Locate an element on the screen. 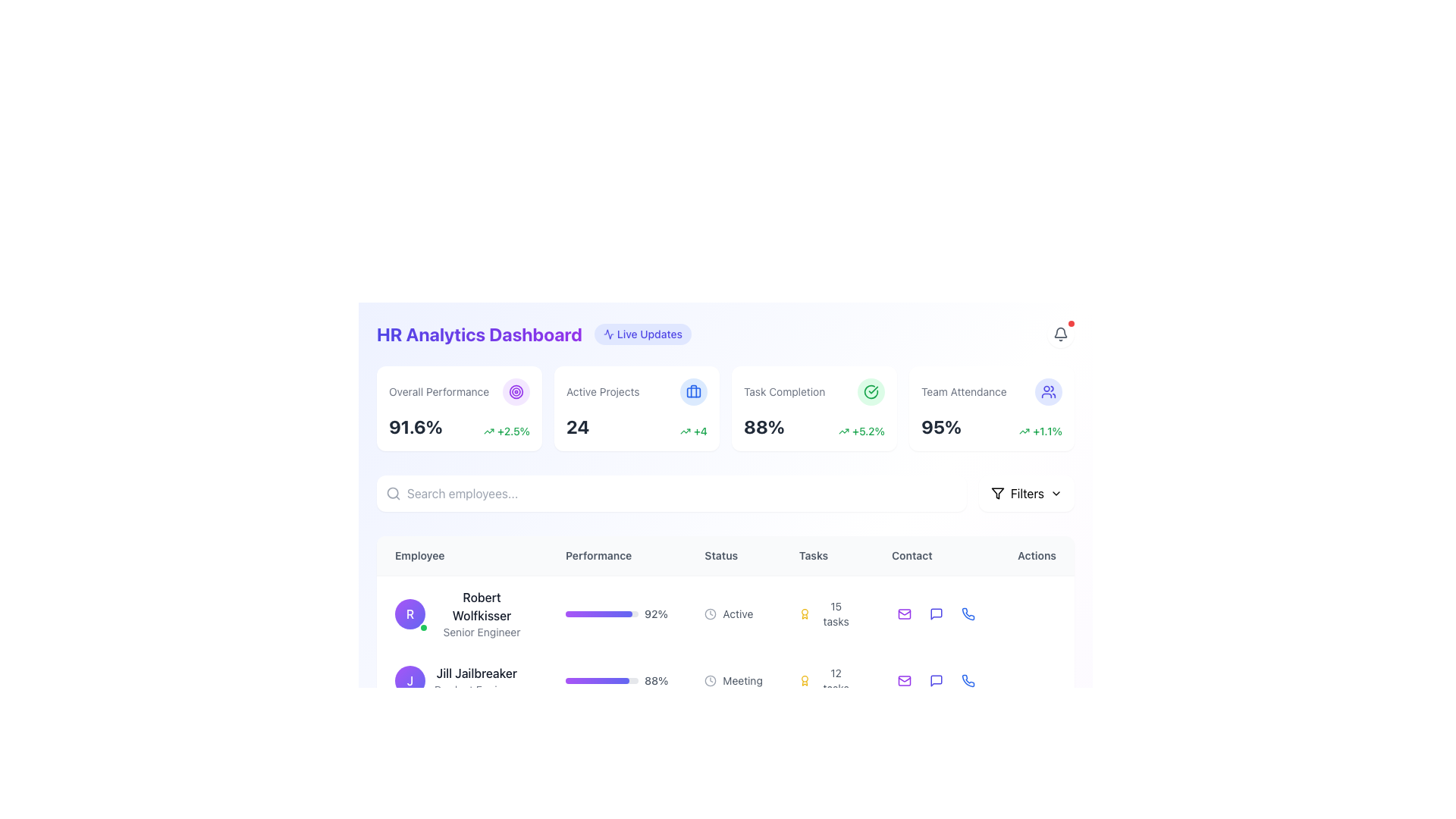  the second SVG circle component, which is part of a concentric circular design in the top-right corner of the interface, near the bell notification icon is located at coordinates (516, 391).